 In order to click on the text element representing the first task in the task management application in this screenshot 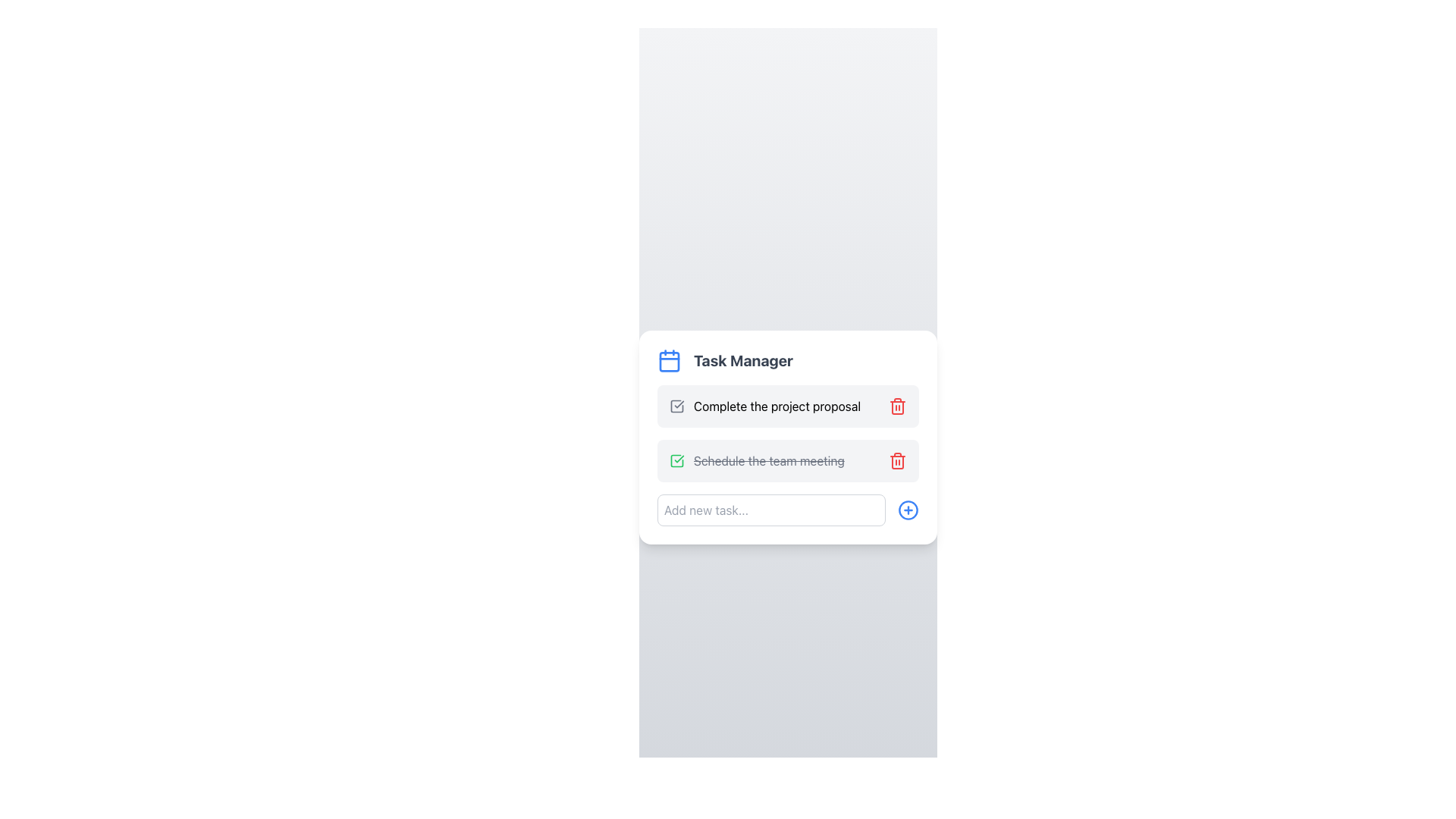, I will do `click(764, 406)`.